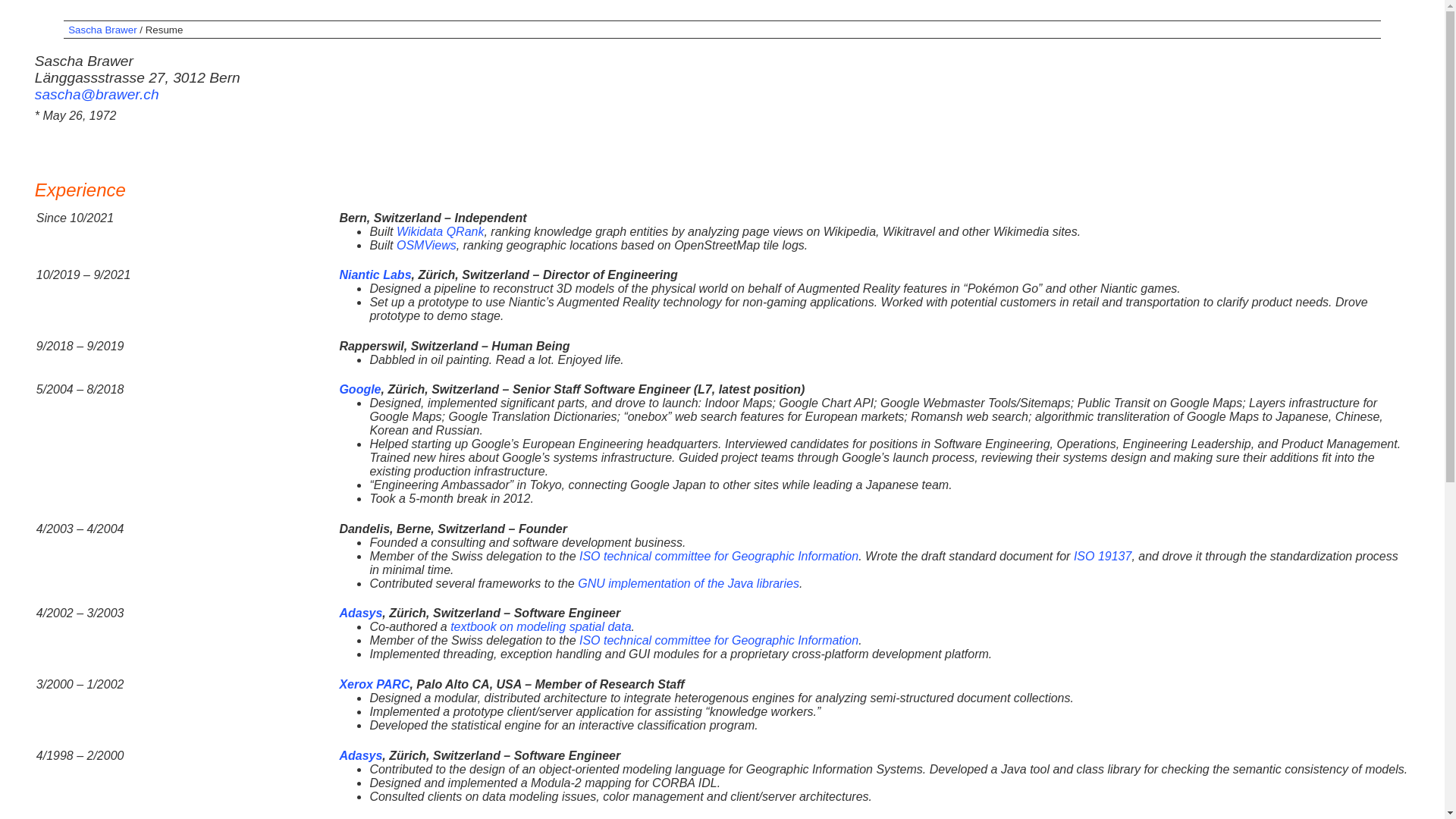  Describe the element at coordinates (359, 755) in the screenshot. I see `'Adasys'` at that location.